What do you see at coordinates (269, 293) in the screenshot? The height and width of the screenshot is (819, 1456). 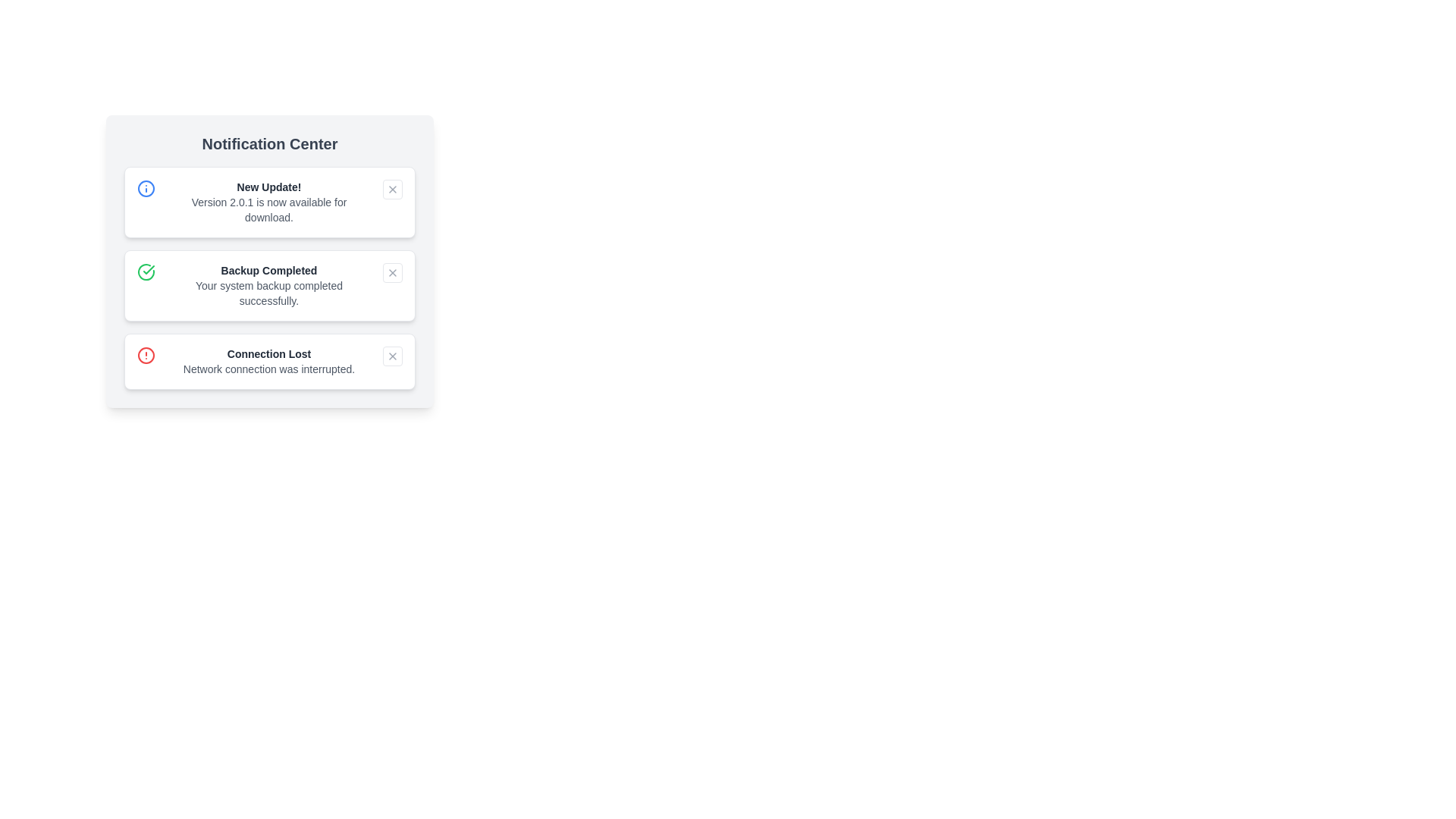 I see `the confirmation message text label indicating successful completion of a system backup, located in the lower portion of the notification card under 'Backup Completed.'` at bounding box center [269, 293].